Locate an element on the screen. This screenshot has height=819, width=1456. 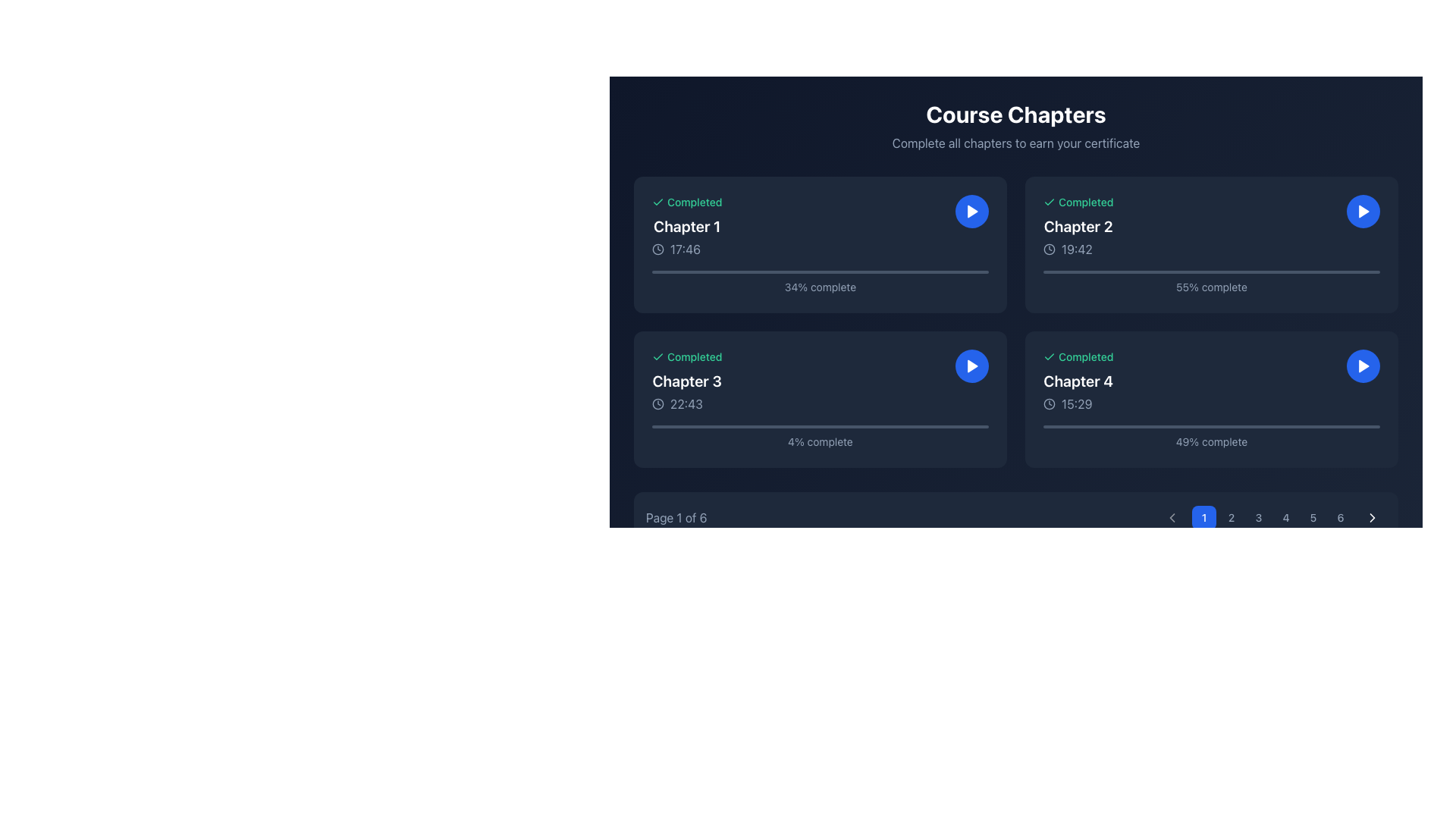
the time displayed in the text-based informational element showing '22:43' in slate-gray color, located in the bottom-left portion of the 'Chapter 3' card is located at coordinates (686, 403).